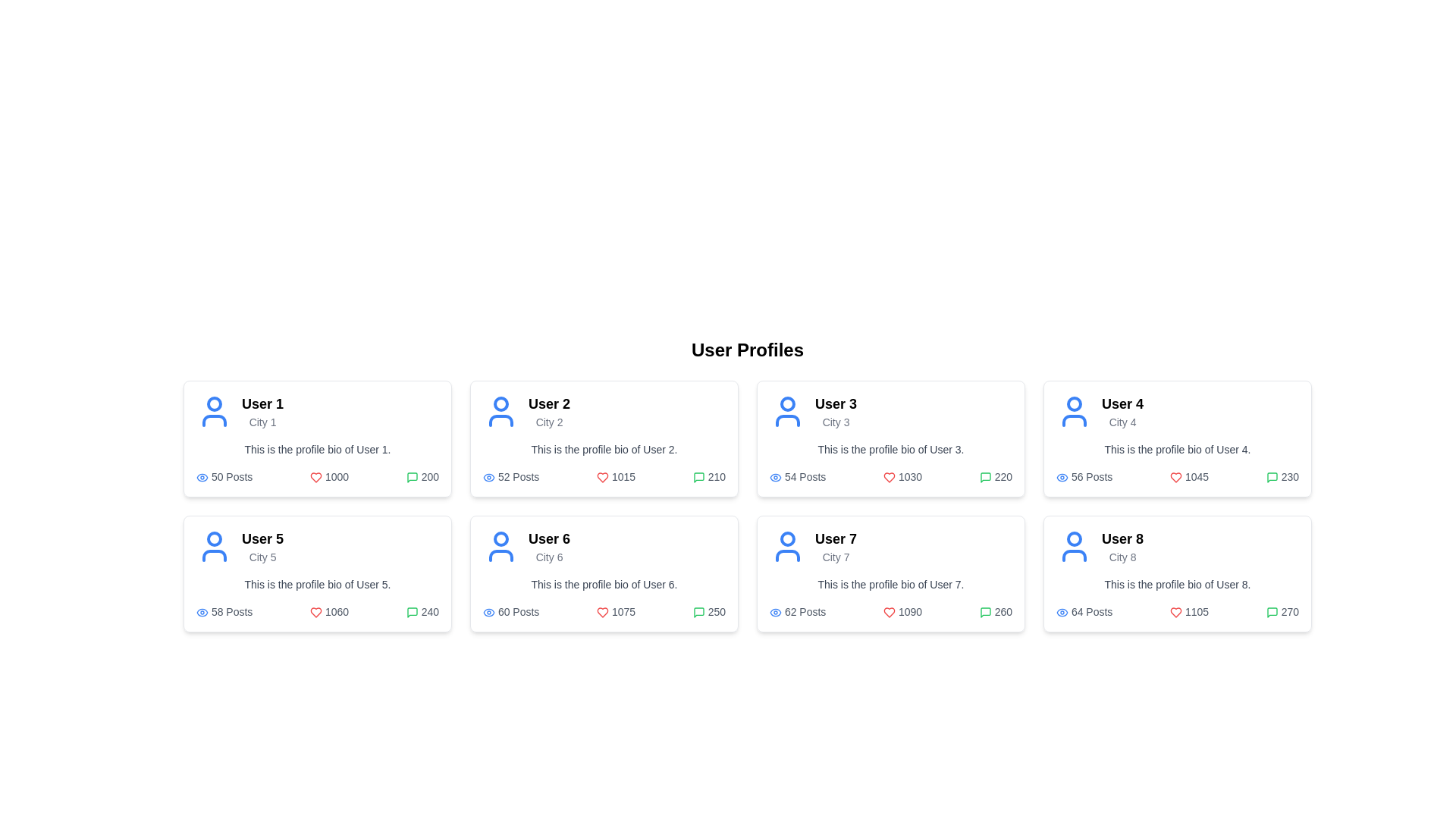 The height and width of the screenshot is (819, 1456). What do you see at coordinates (1062, 611) in the screenshot?
I see `the SVG icon indicating the visibility or number of views located next to the '64 Posts' text in the bottom-right card of the user profile grid` at bounding box center [1062, 611].